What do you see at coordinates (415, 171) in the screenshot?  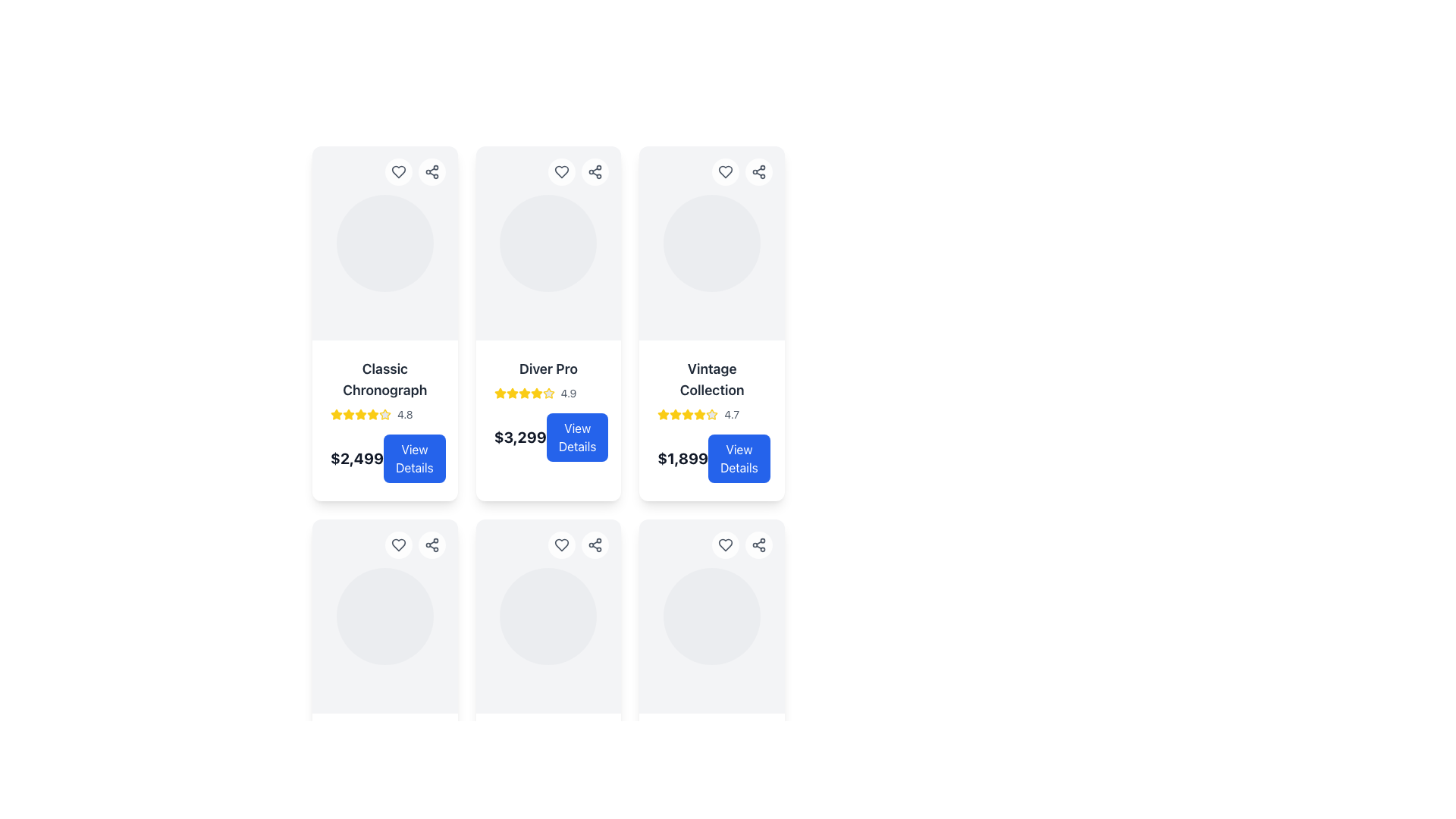 I see `the share button in the top-right corner of the product card to share the item` at bounding box center [415, 171].